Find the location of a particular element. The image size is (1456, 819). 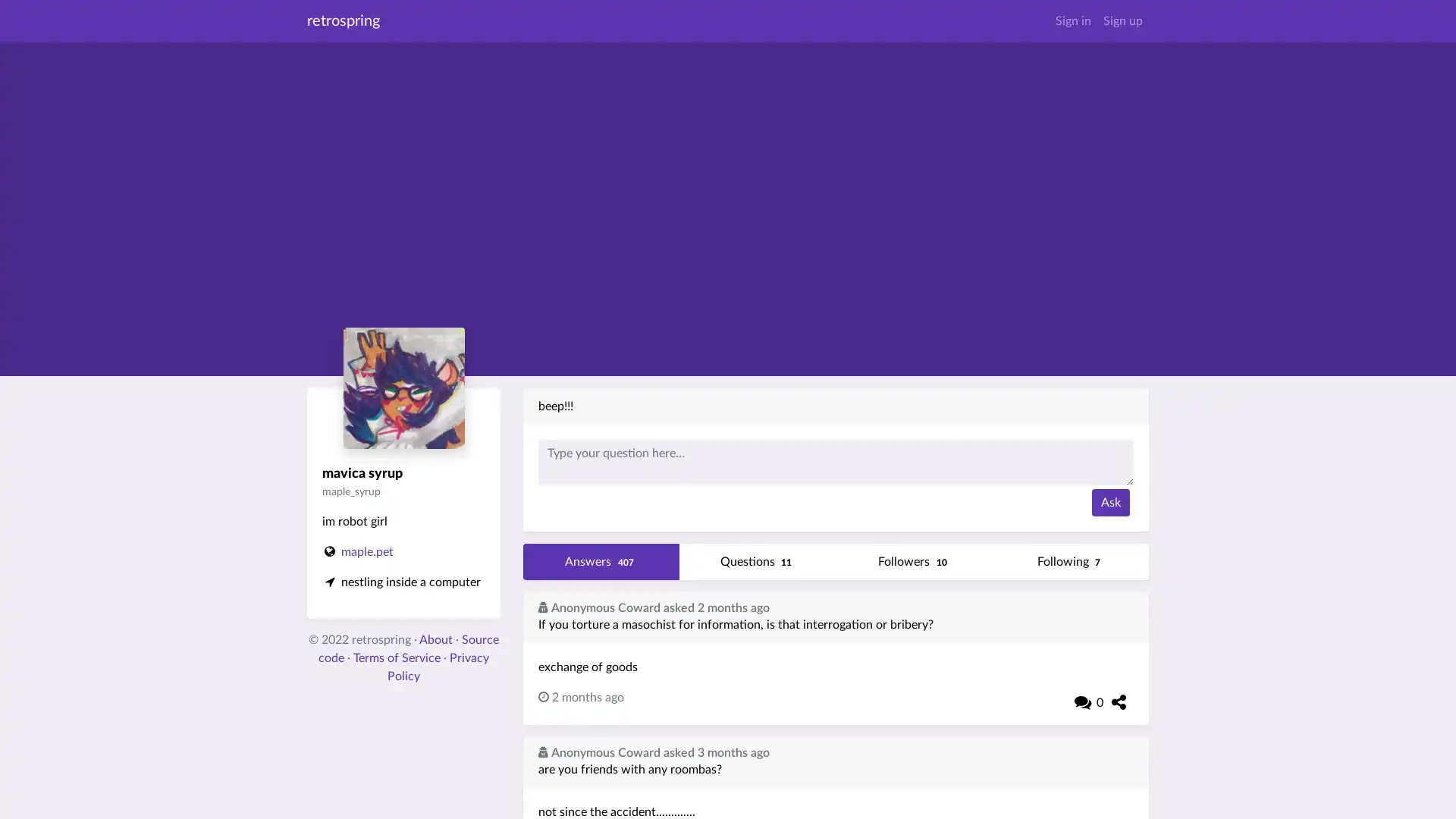

0 is located at coordinates (1087, 702).